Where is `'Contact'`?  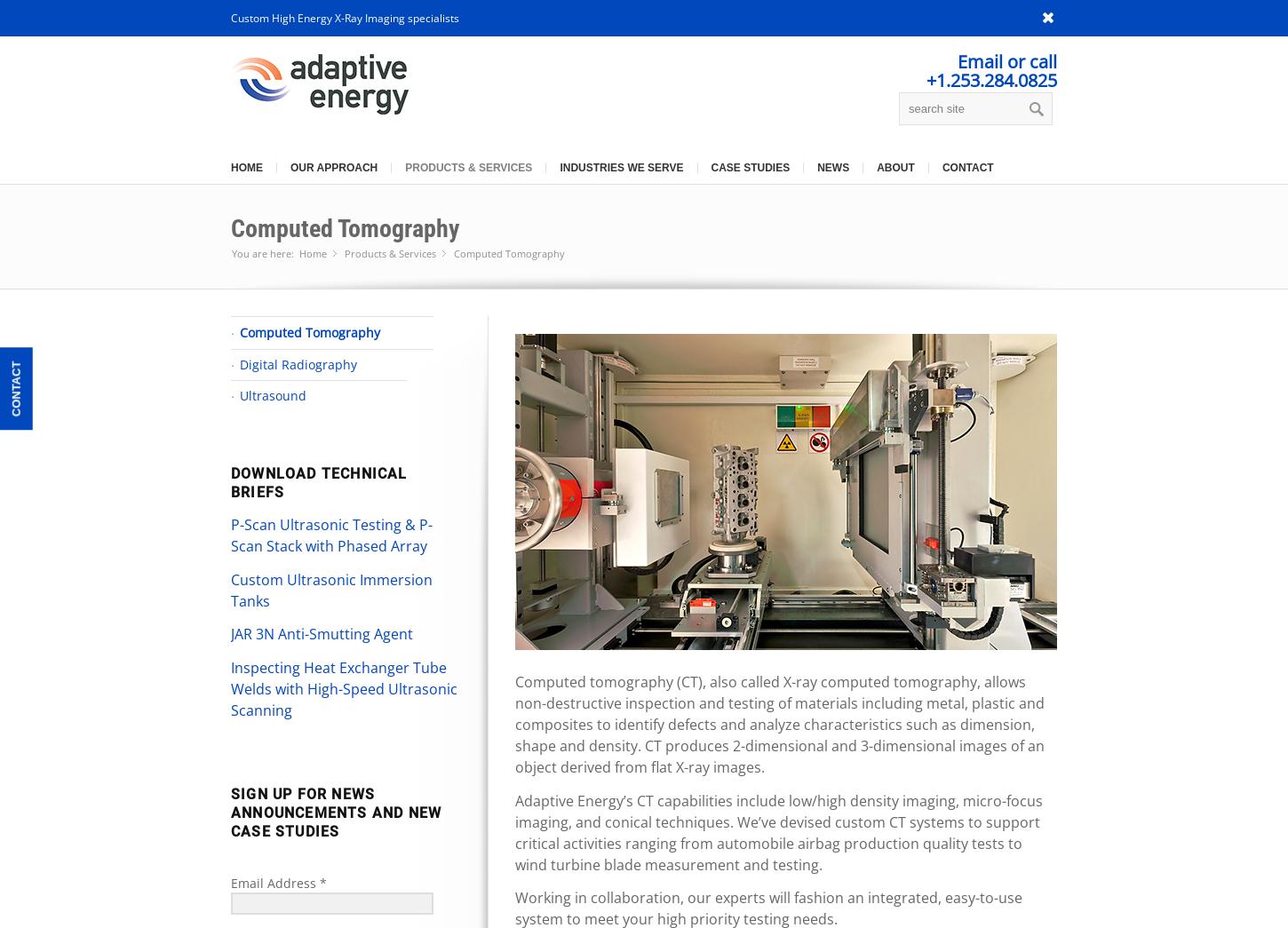 'Contact' is located at coordinates (15, 388).